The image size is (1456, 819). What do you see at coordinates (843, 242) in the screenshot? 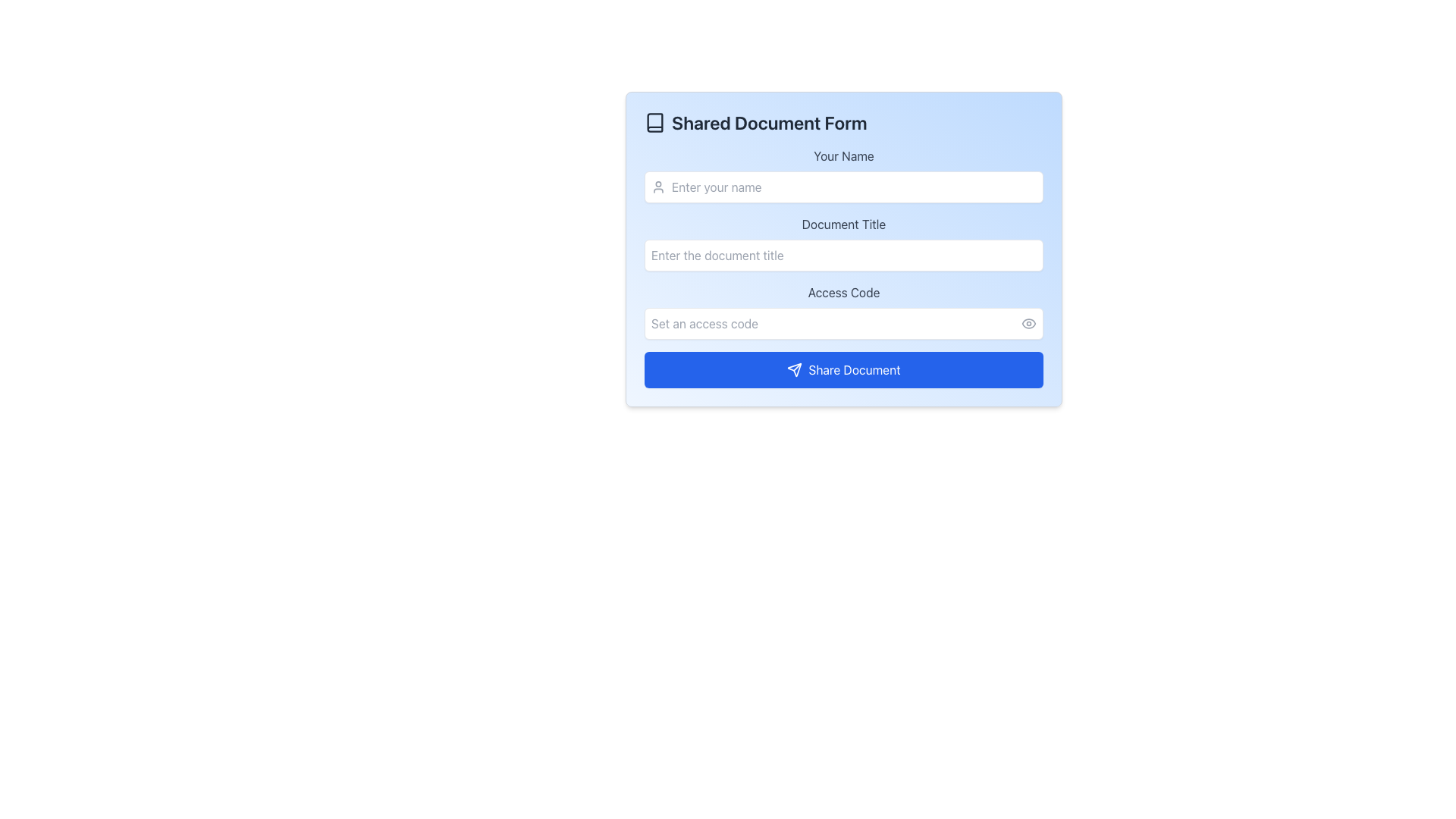
I see `into the Text Input Field for Document Title to focus and type` at bounding box center [843, 242].